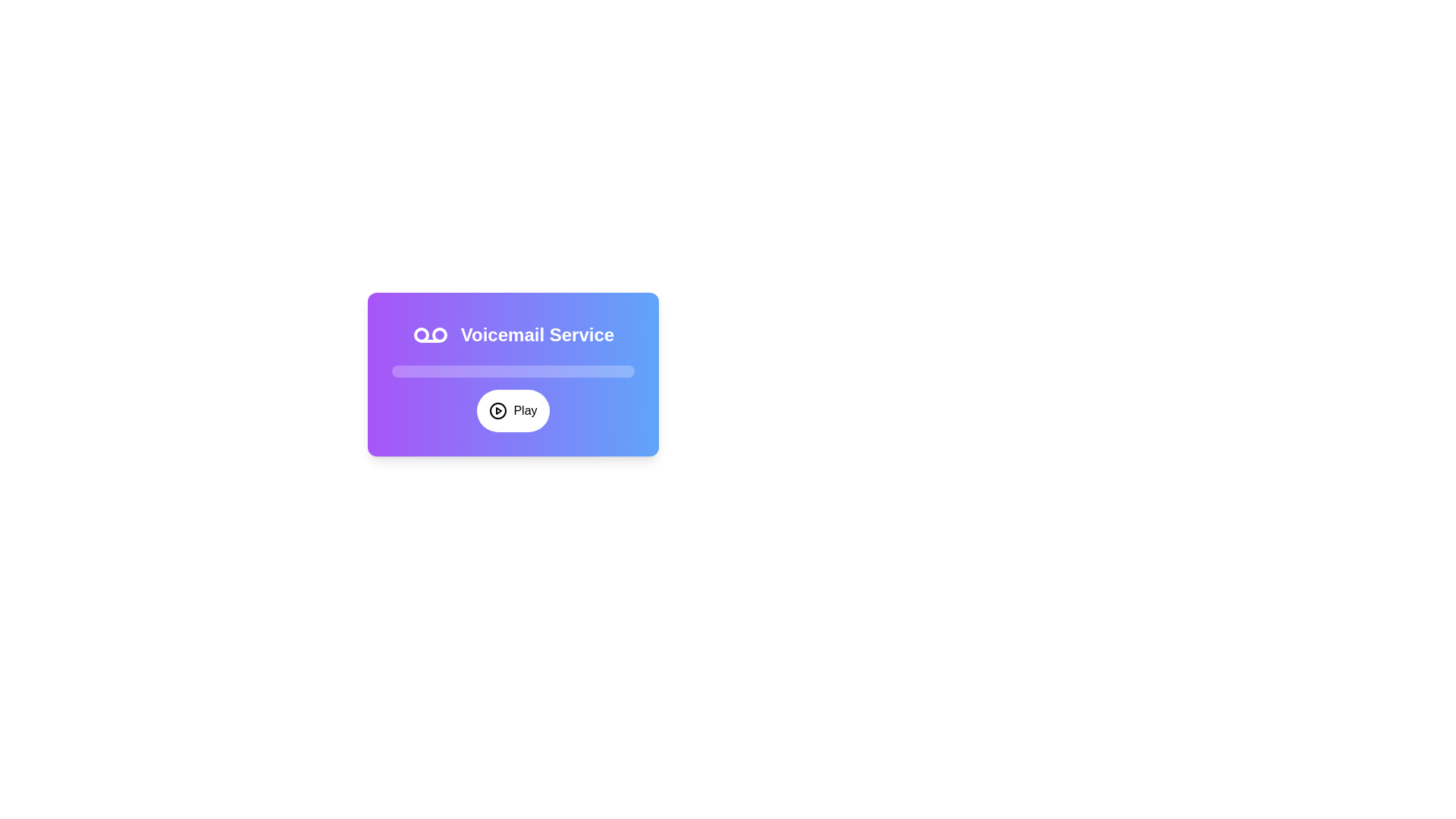  Describe the element at coordinates (513, 411) in the screenshot. I see `the circular 'Play' button with a white background and a green text` at that location.